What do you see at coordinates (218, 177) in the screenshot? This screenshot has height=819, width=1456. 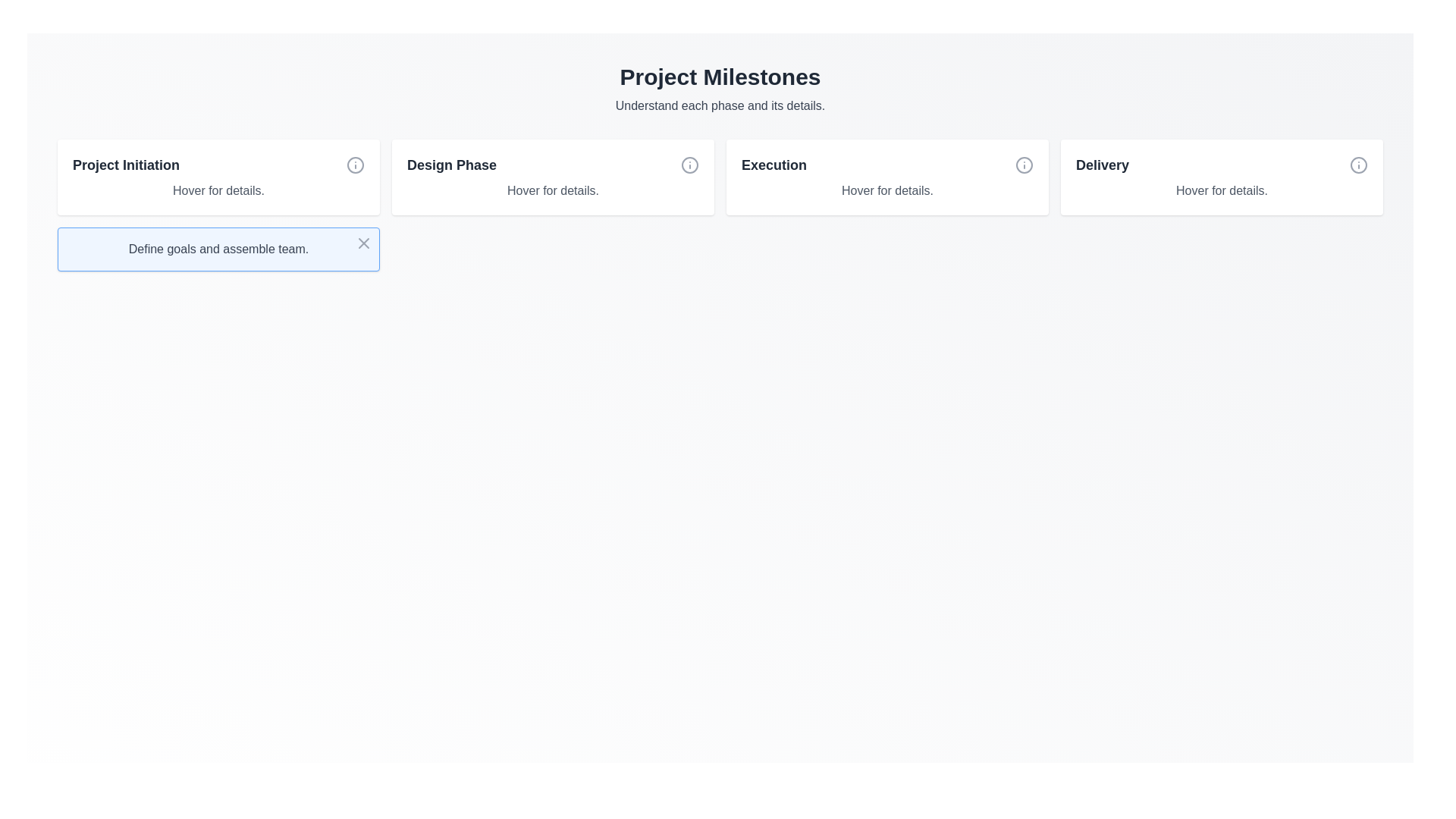 I see `the first information card in the grid that displays a tooltip with details upon interaction` at bounding box center [218, 177].